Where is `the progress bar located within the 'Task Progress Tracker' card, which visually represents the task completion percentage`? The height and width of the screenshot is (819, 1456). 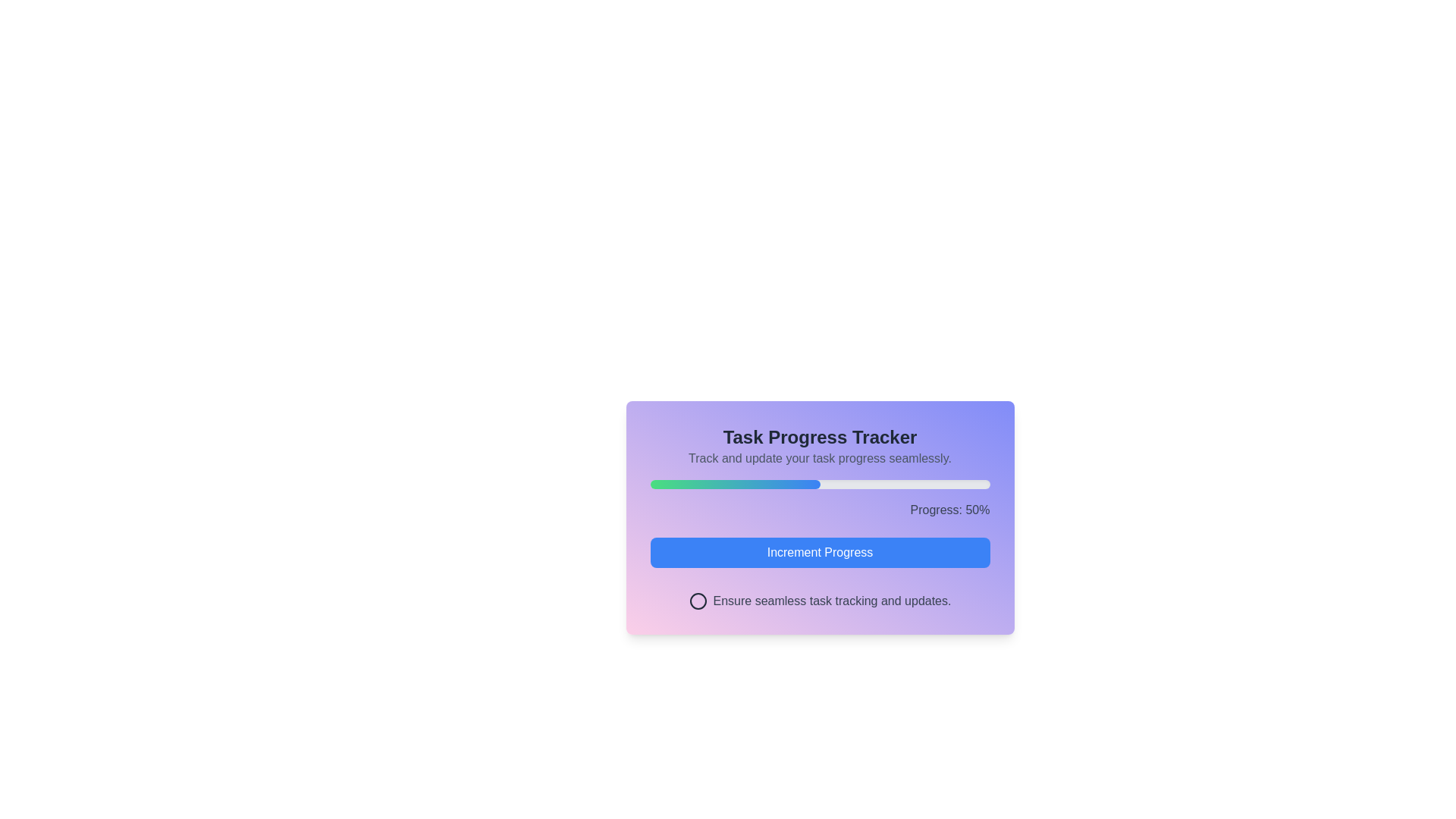
the progress bar located within the 'Task Progress Tracker' card, which visually represents the task completion percentage is located at coordinates (819, 485).